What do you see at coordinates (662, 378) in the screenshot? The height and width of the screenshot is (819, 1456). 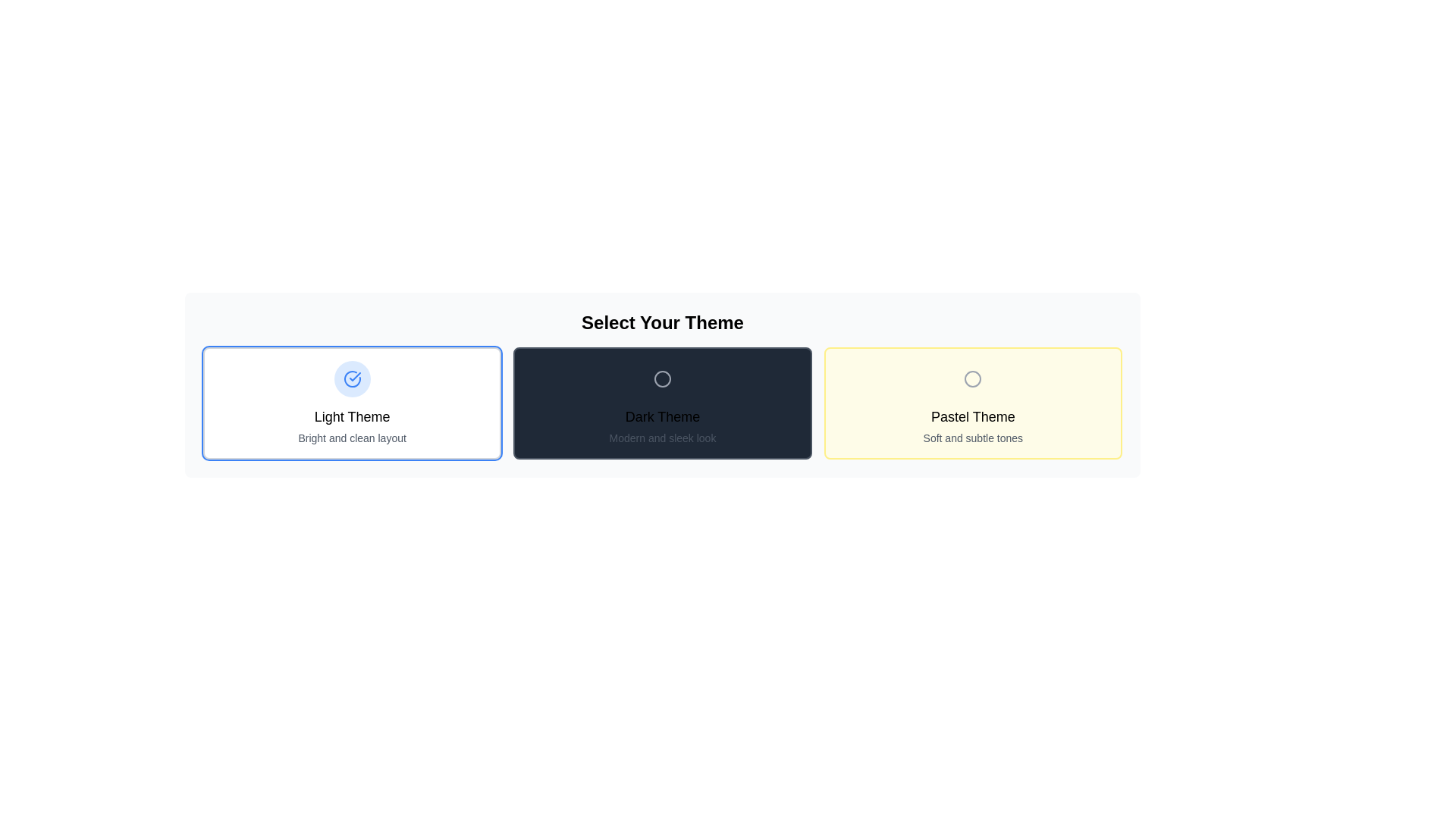 I see `the circular icon with a hollow center and a thin gray border` at bounding box center [662, 378].